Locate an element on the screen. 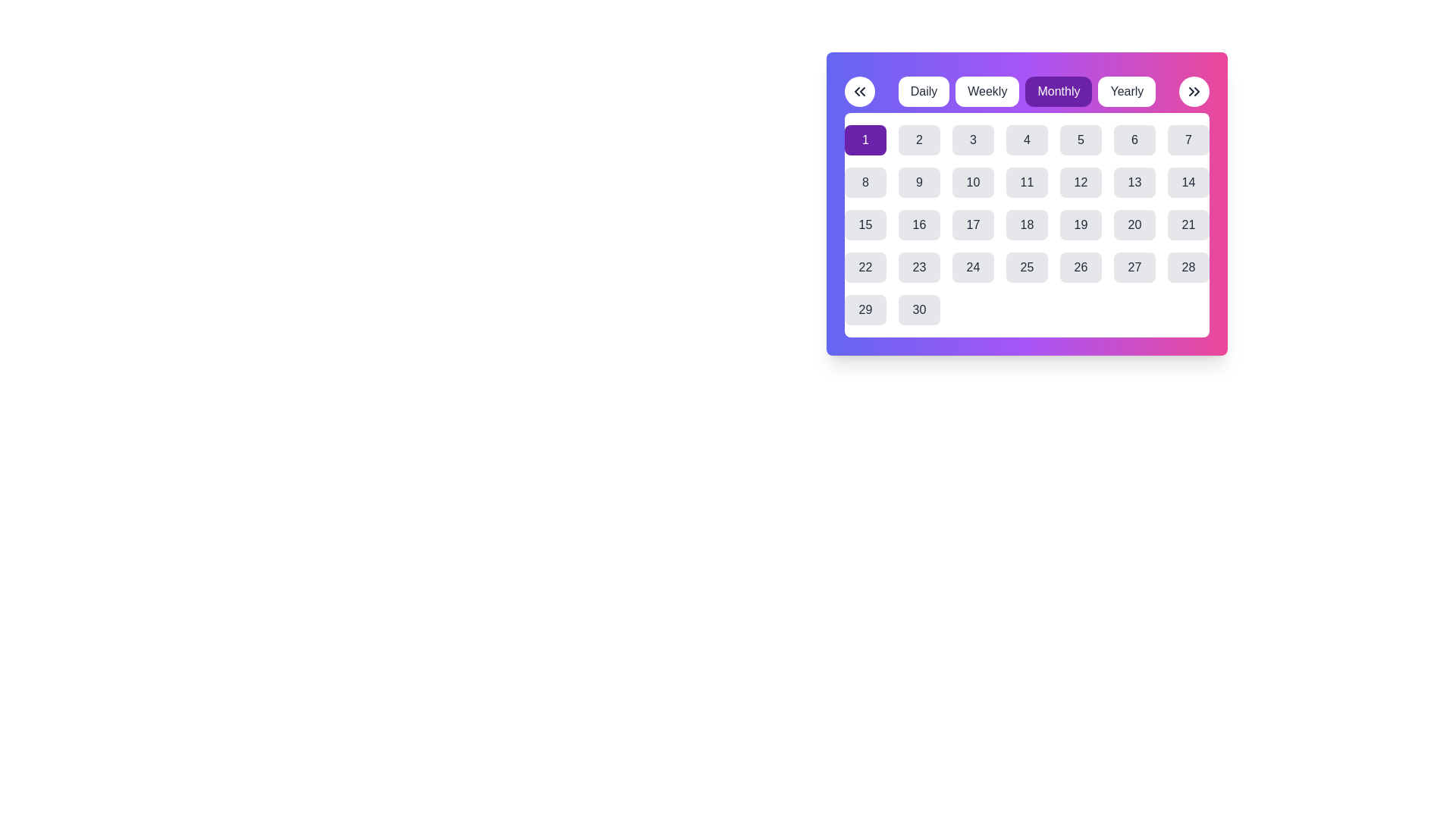 The width and height of the screenshot is (1456, 819). the button labeled '22' in the calendar grid is located at coordinates (865, 267).